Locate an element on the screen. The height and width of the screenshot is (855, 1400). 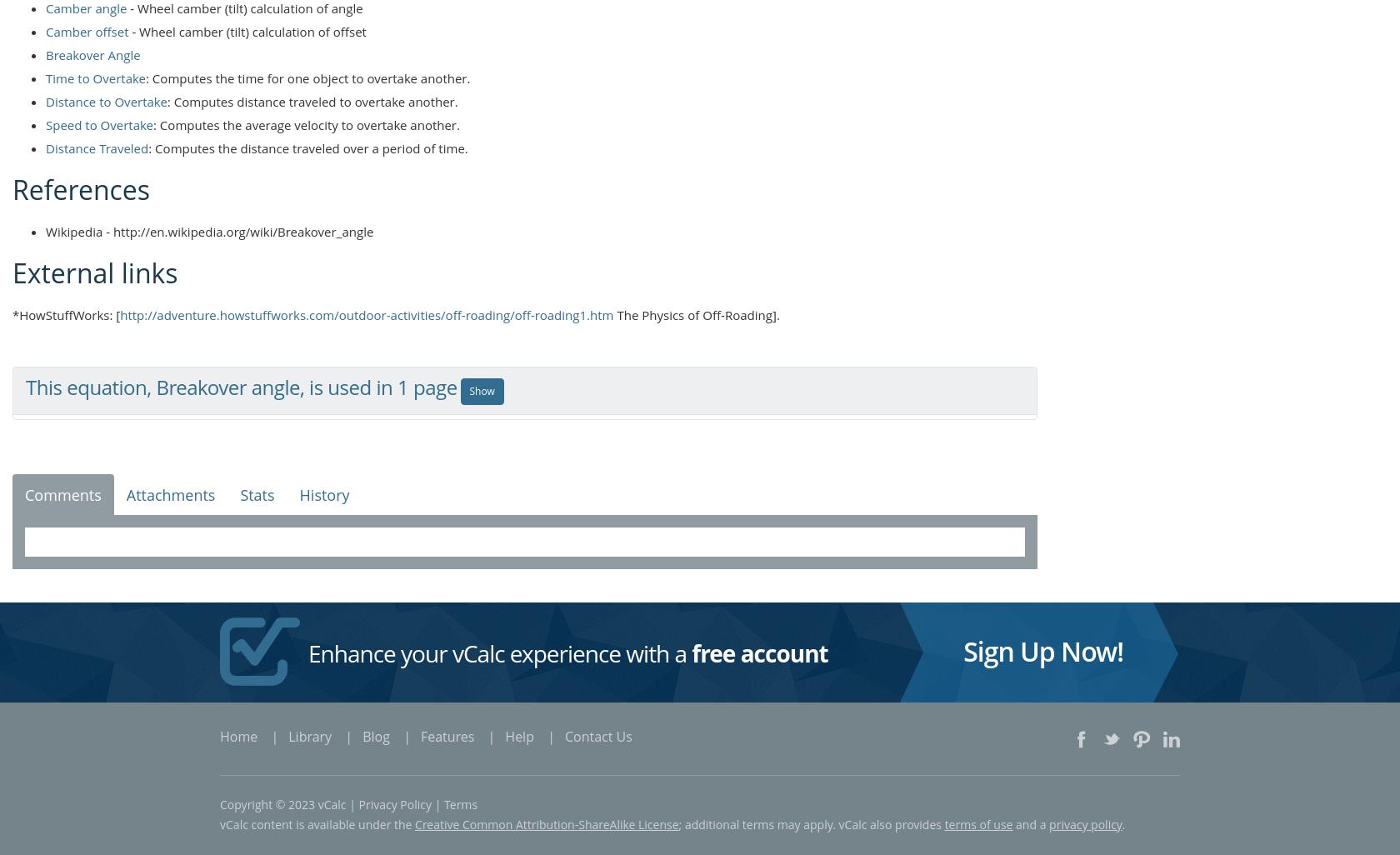
'Terms' is located at coordinates (461, 803).